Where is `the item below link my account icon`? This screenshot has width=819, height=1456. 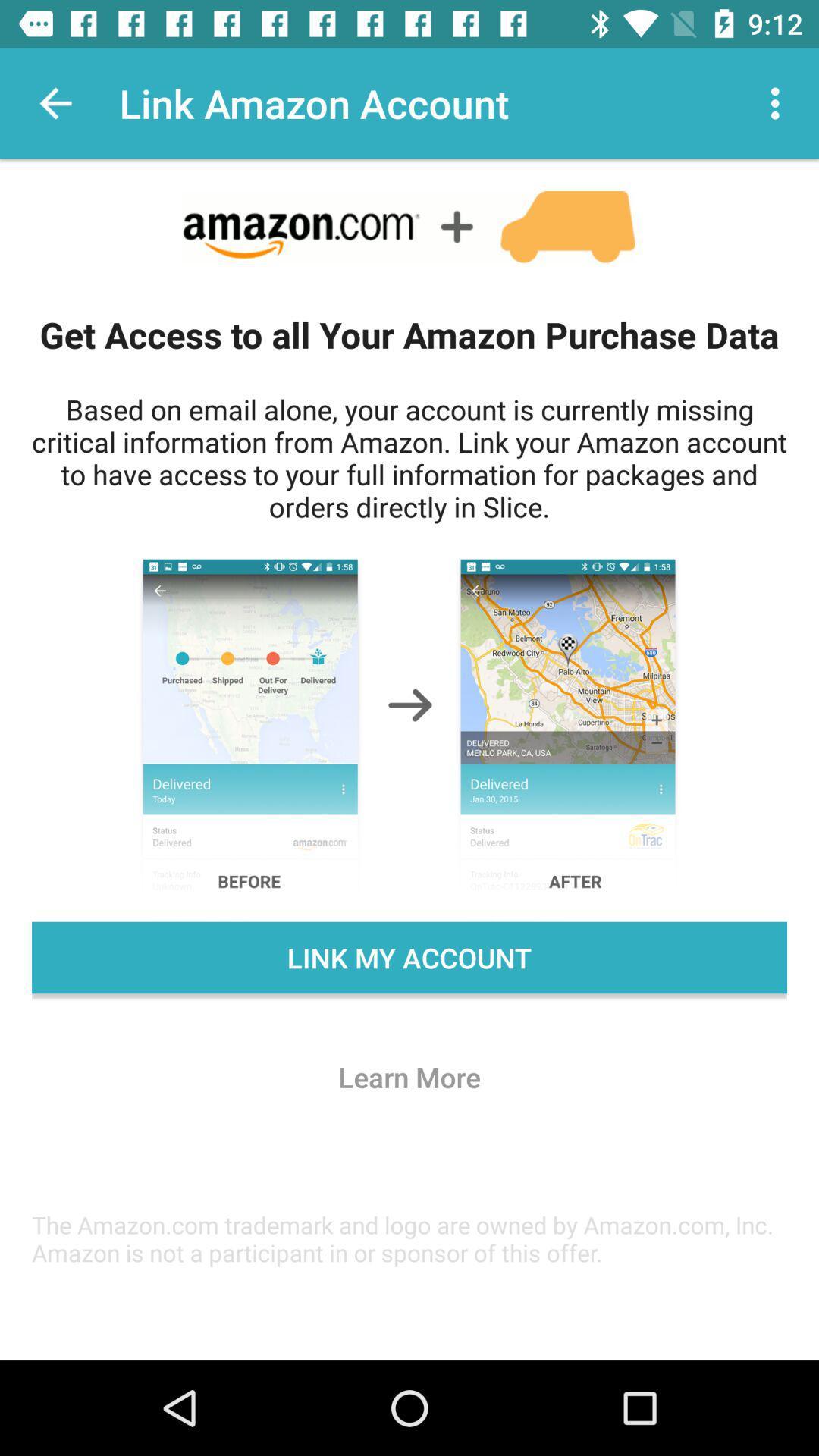 the item below link my account icon is located at coordinates (409, 1076).